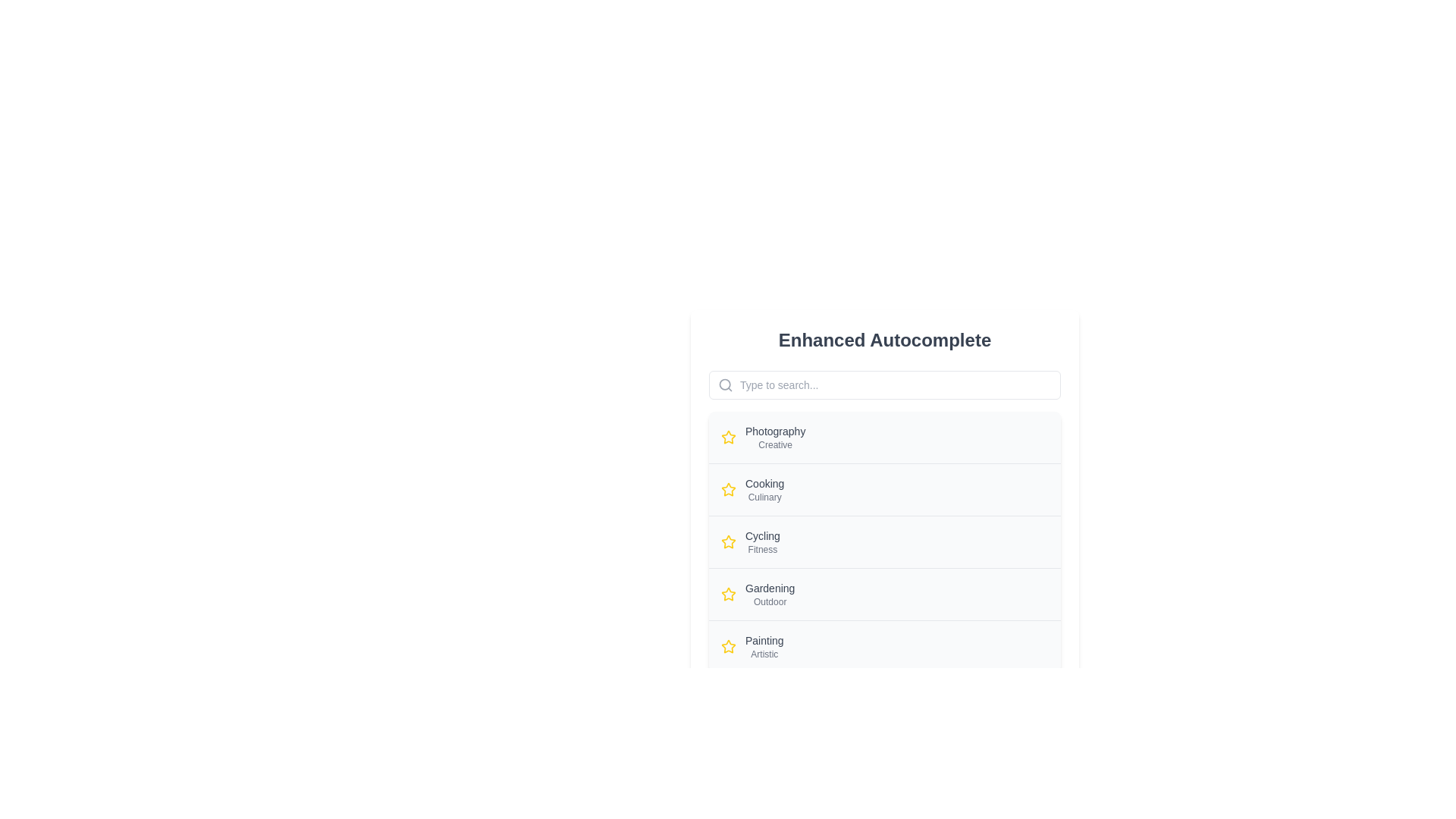 The height and width of the screenshot is (819, 1456). What do you see at coordinates (884, 339) in the screenshot?
I see `text label header that displays 'Enhanced Autocomplete' to understand the context of the section` at bounding box center [884, 339].